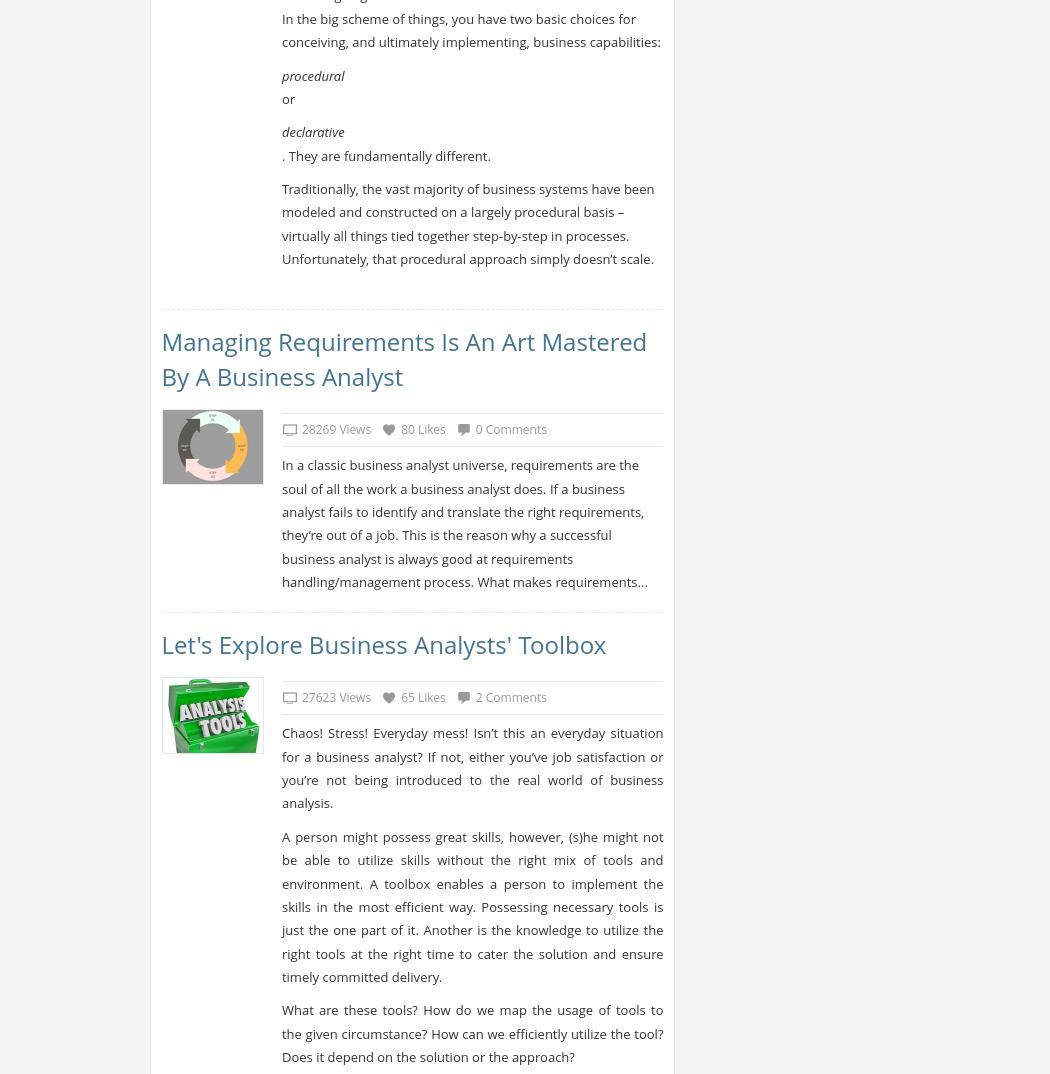  What do you see at coordinates (471, 1033) in the screenshot?
I see `'What are these tools? How do we map the usage of tools to the given circumstance? How can we efficiently utilize the tool? Does it depend on the solution or the approach?'` at bounding box center [471, 1033].